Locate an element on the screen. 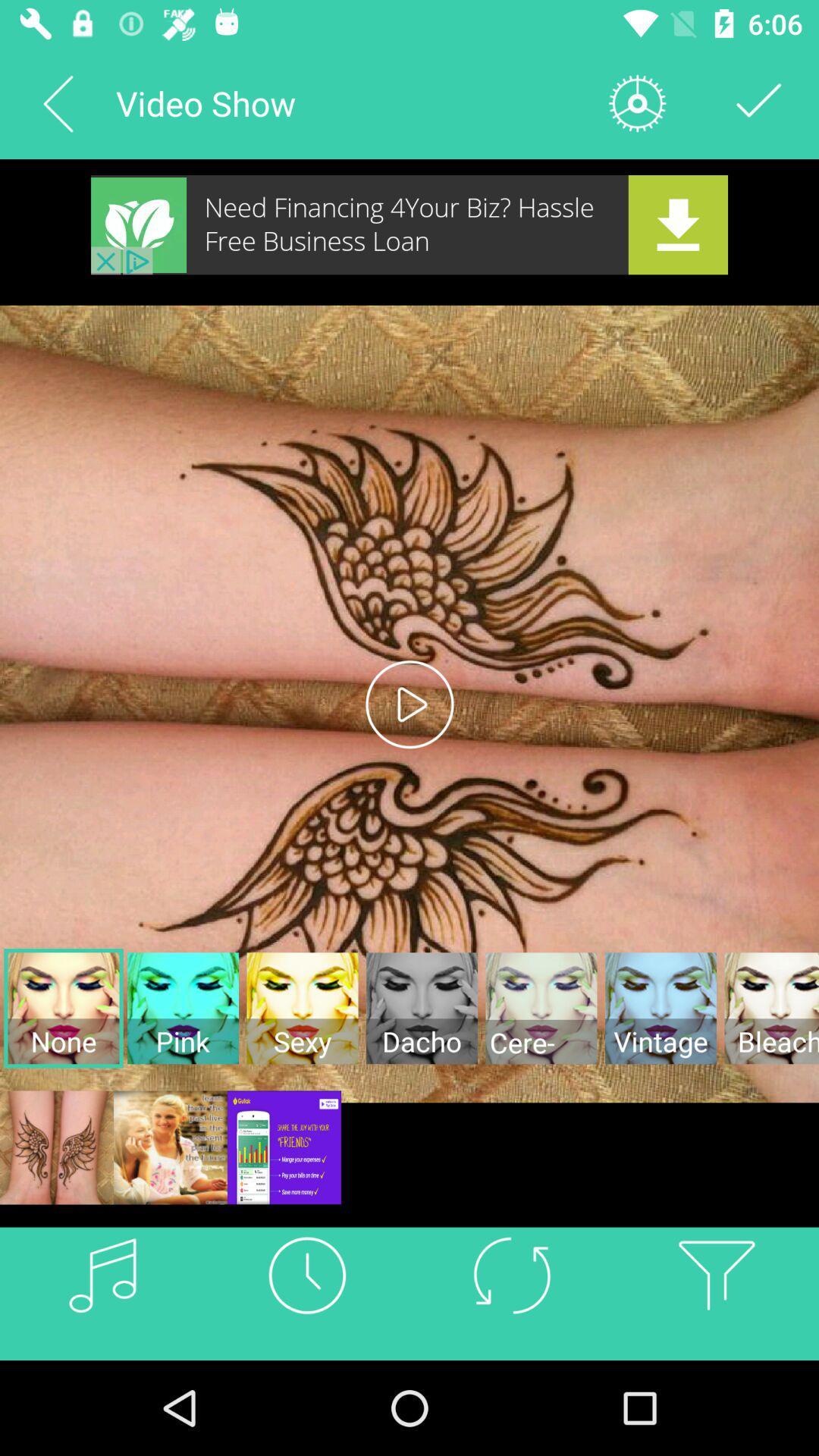  the check icon is located at coordinates (759, 102).